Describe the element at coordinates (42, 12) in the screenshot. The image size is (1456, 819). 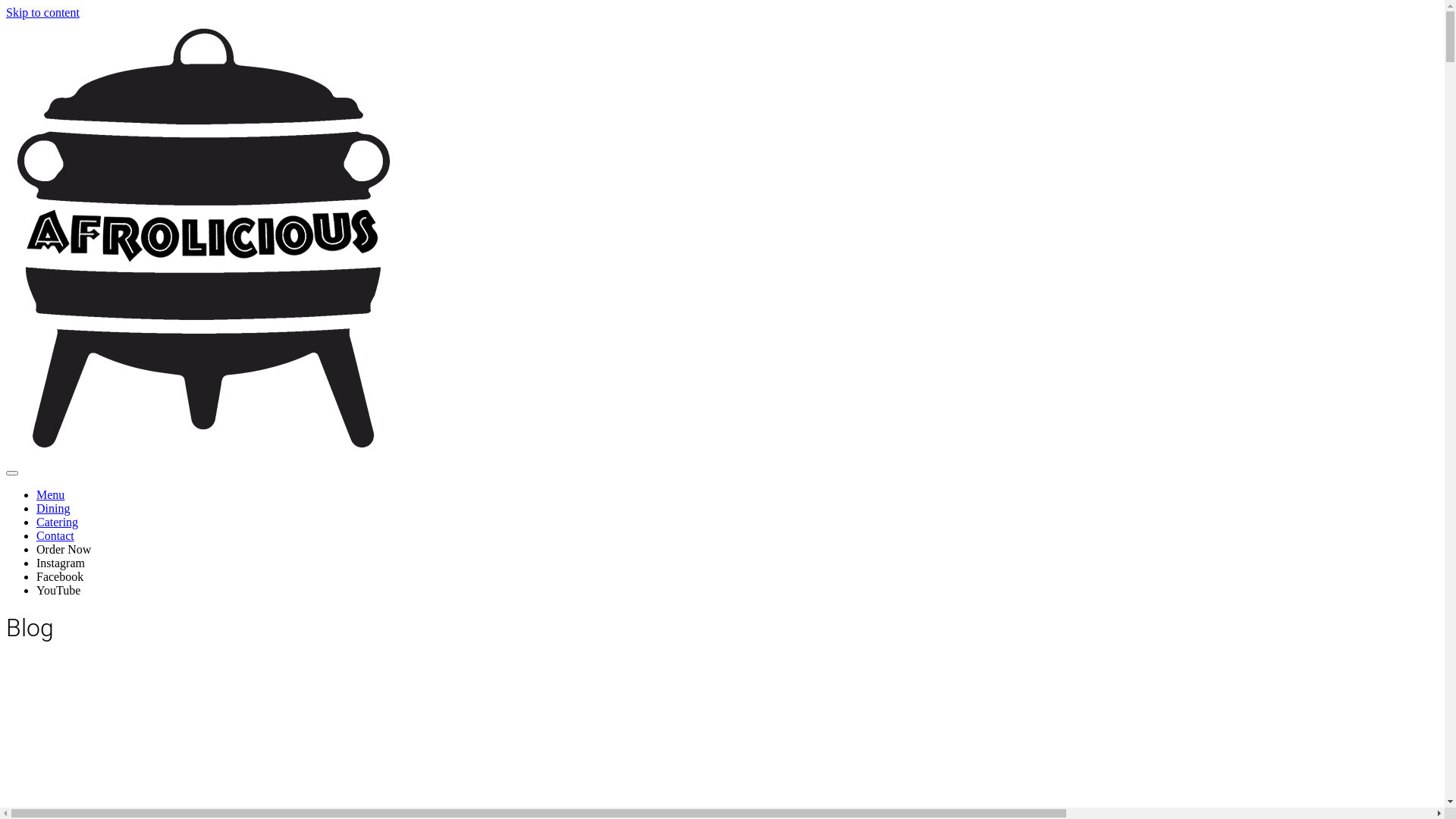
I see `'Skip to content'` at that location.